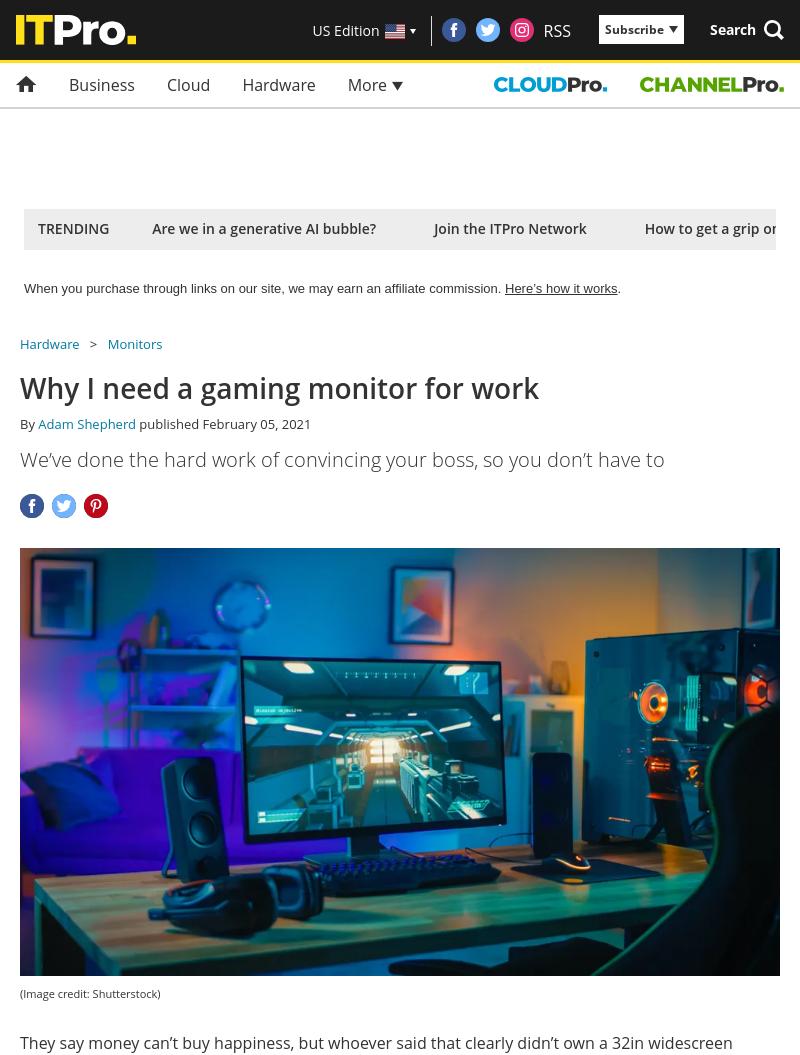  What do you see at coordinates (263, 227) in the screenshot?
I see `'Are we in a generative AI bubble?'` at bounding box center [263, 227].